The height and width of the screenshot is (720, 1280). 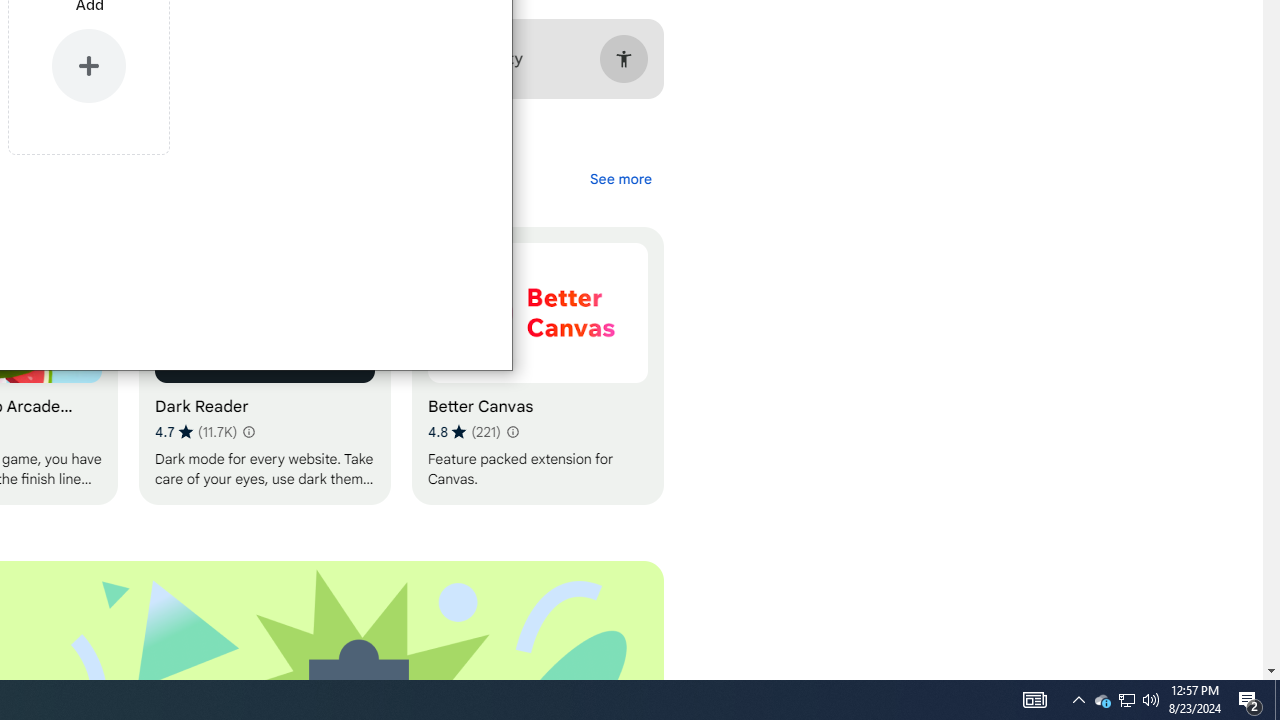 I want to click on 'Action Center, 2 new notifications', so click(x=1276, y=698).